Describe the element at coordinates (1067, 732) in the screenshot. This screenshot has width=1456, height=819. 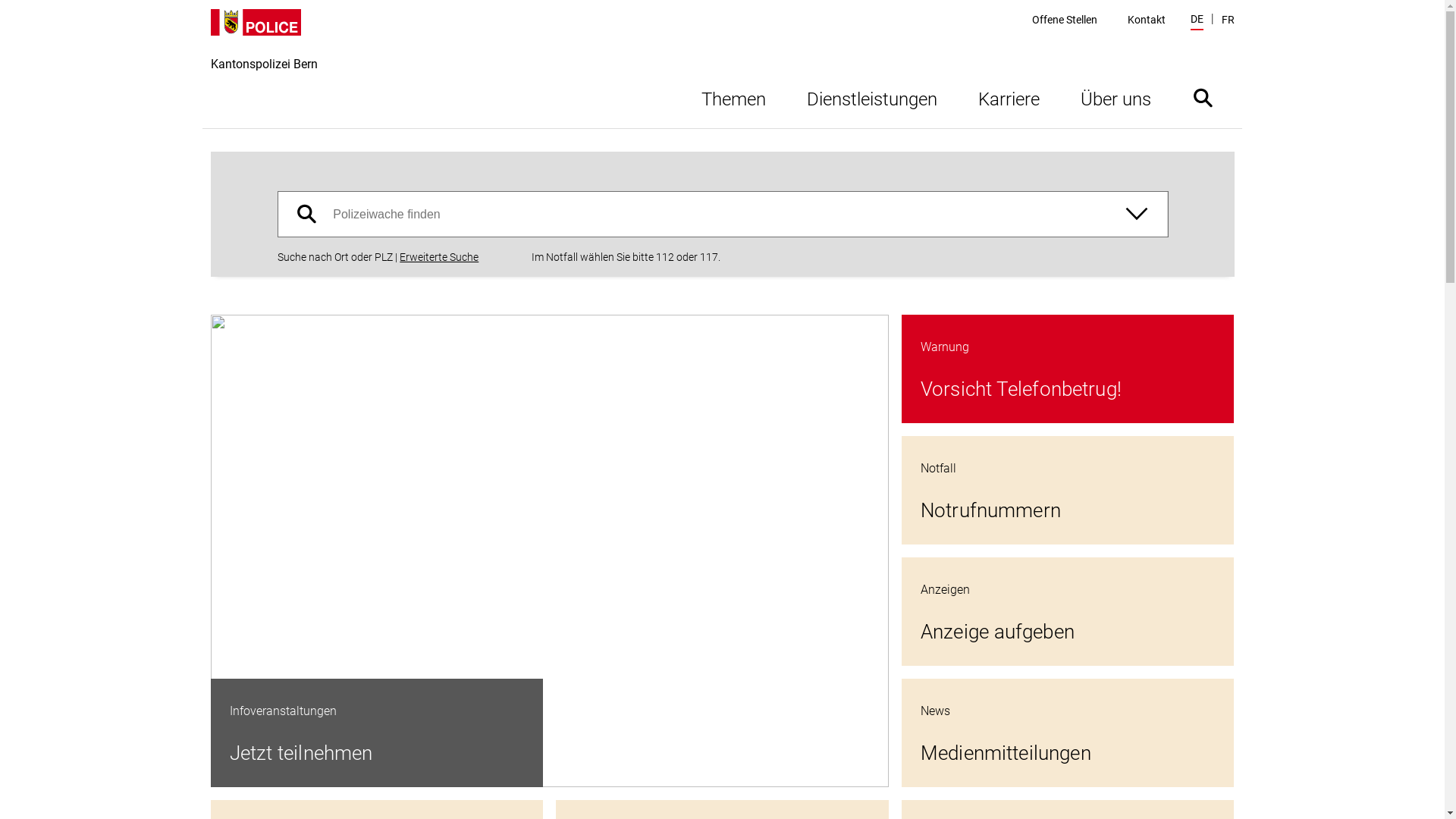
I see `'Medienmitteilungen` at that location.